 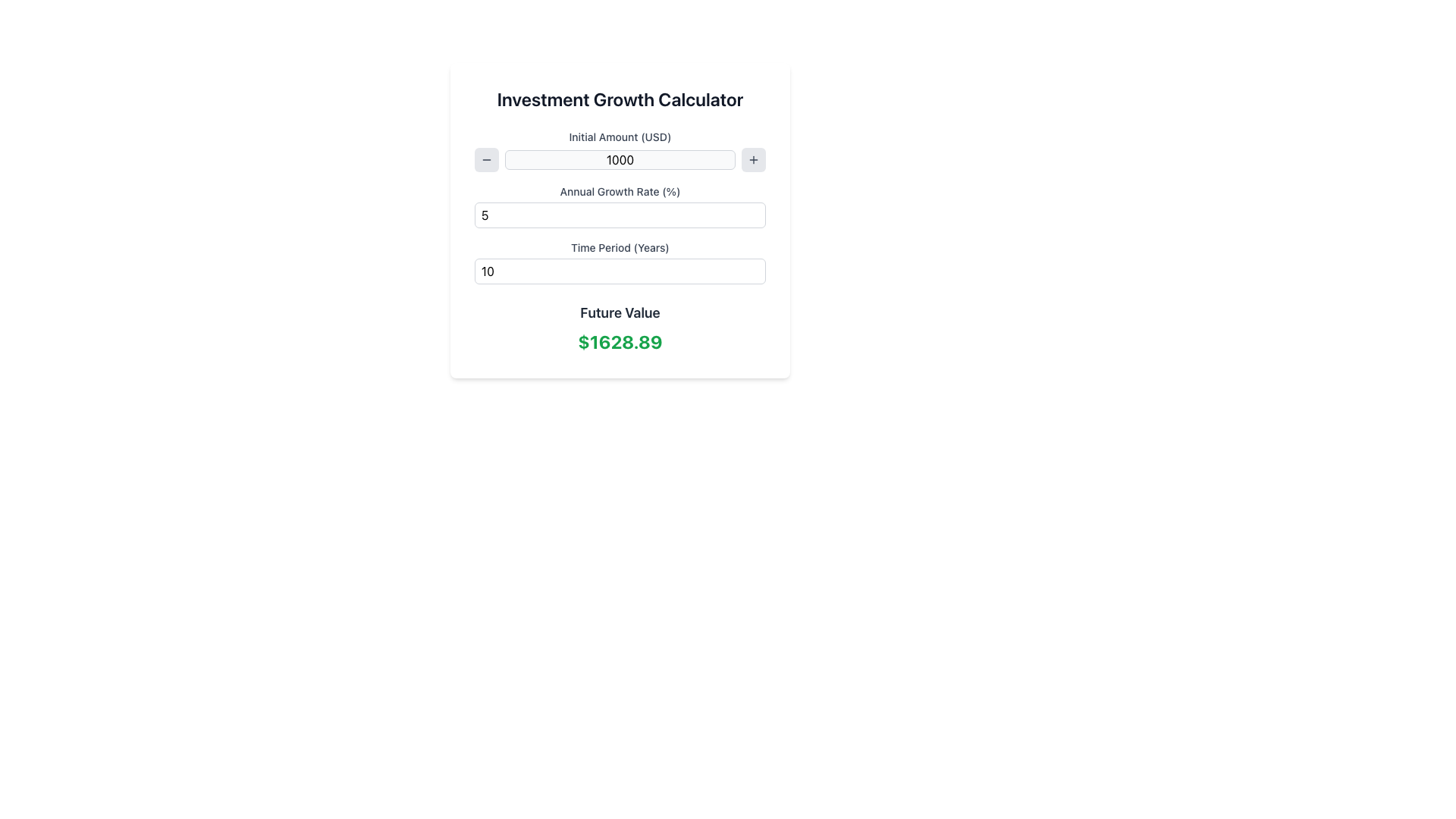 I want to click on the small, rounded square gray button with a minus sign symbol on the left side of the input field displaying '1000' to decrease the value, so click(x=487, y=160).